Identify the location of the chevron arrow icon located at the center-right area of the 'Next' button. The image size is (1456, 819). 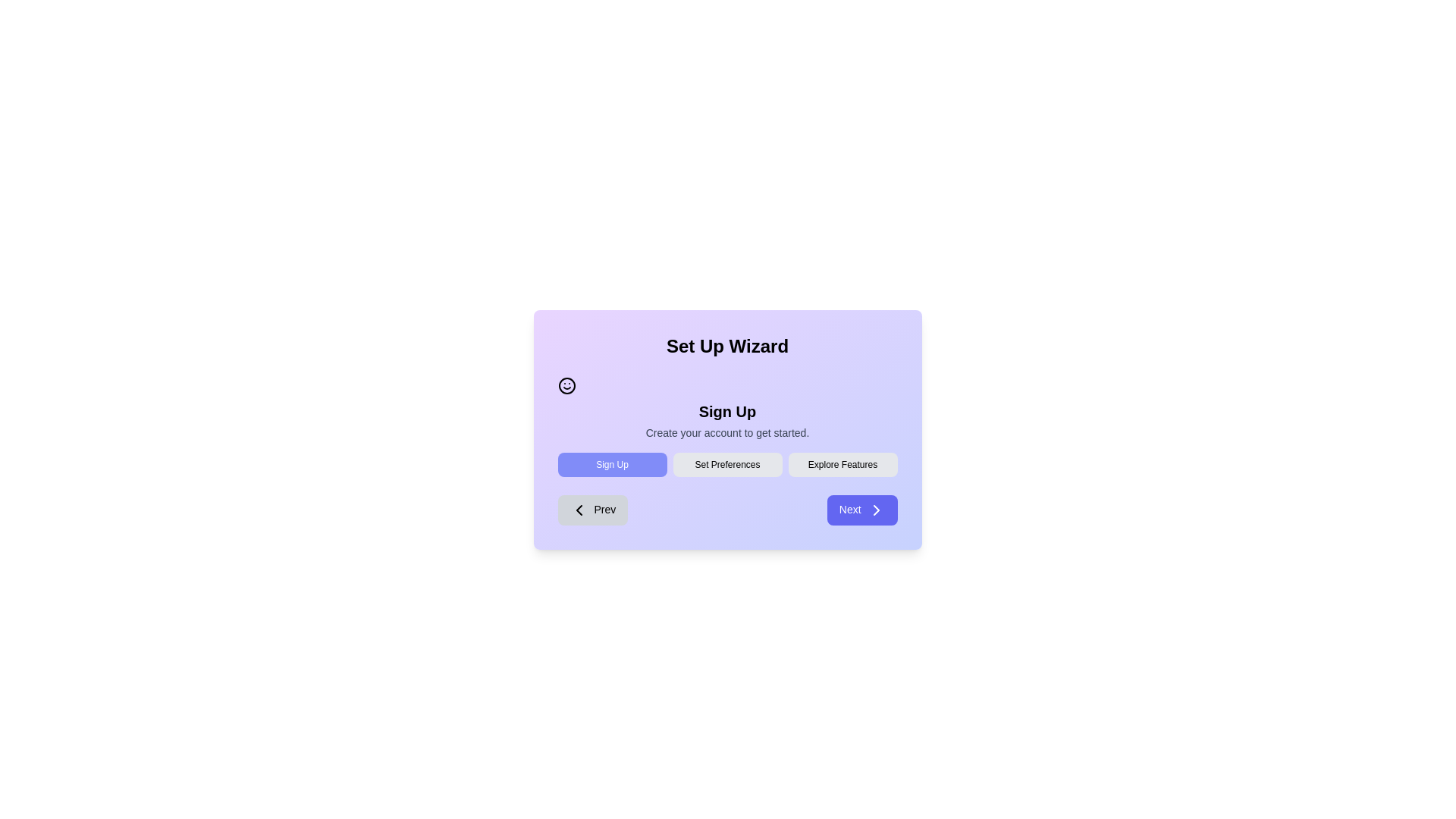
(876, 510).